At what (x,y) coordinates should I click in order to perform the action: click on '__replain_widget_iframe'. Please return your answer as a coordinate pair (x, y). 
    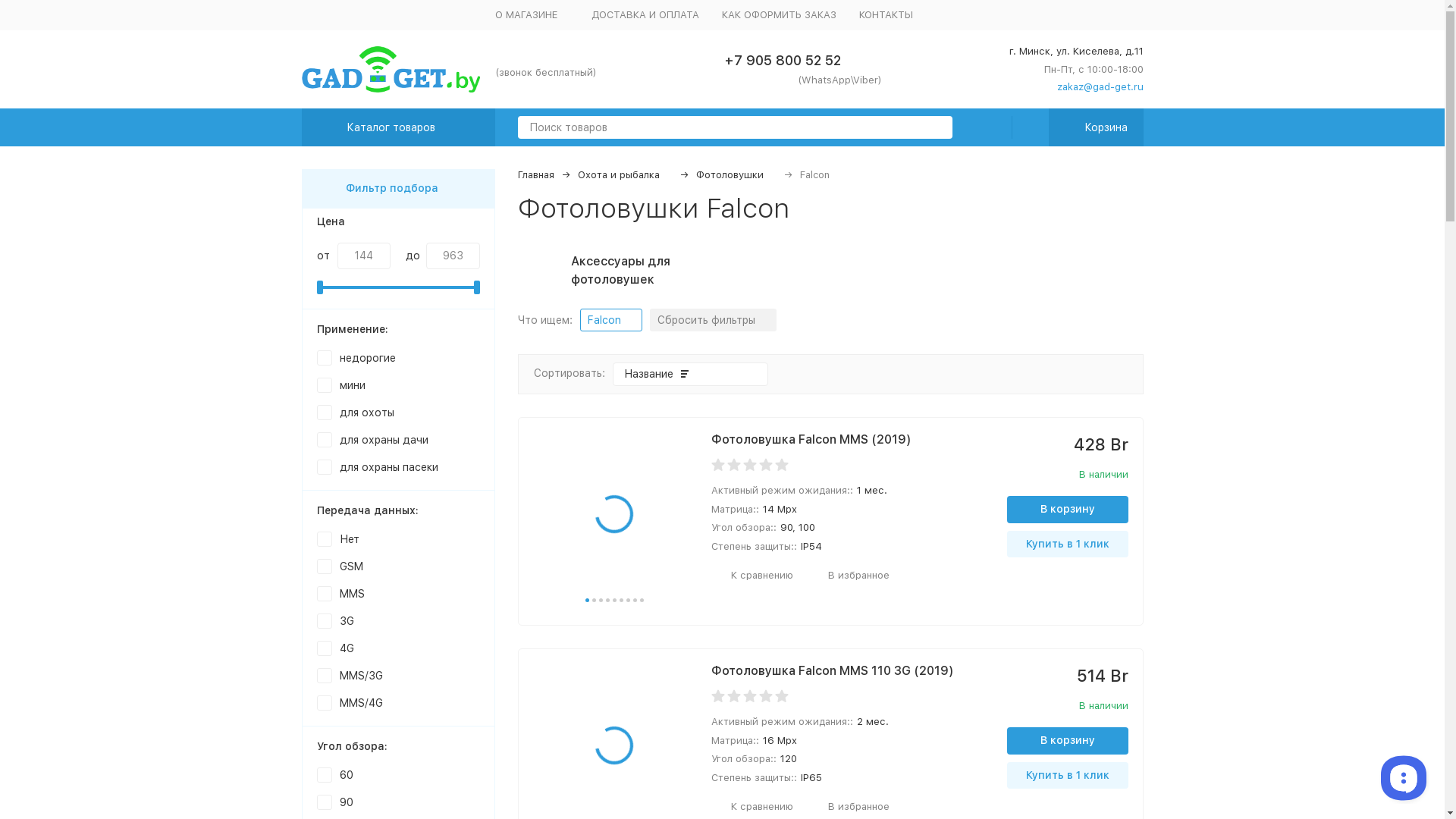
    Looking at the image, I should click on (1401, 777).